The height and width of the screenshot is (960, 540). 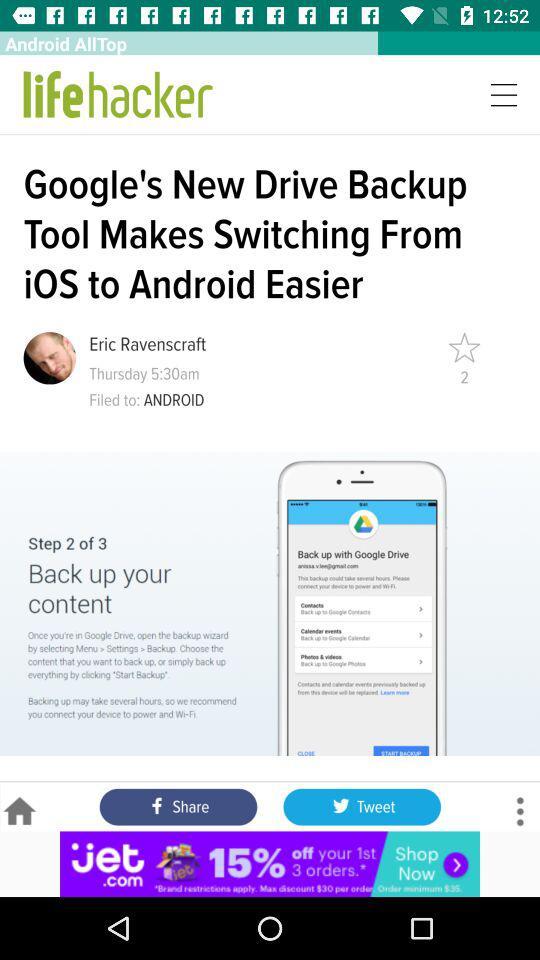 I want to click on open settings, so click(x=520, y=811).